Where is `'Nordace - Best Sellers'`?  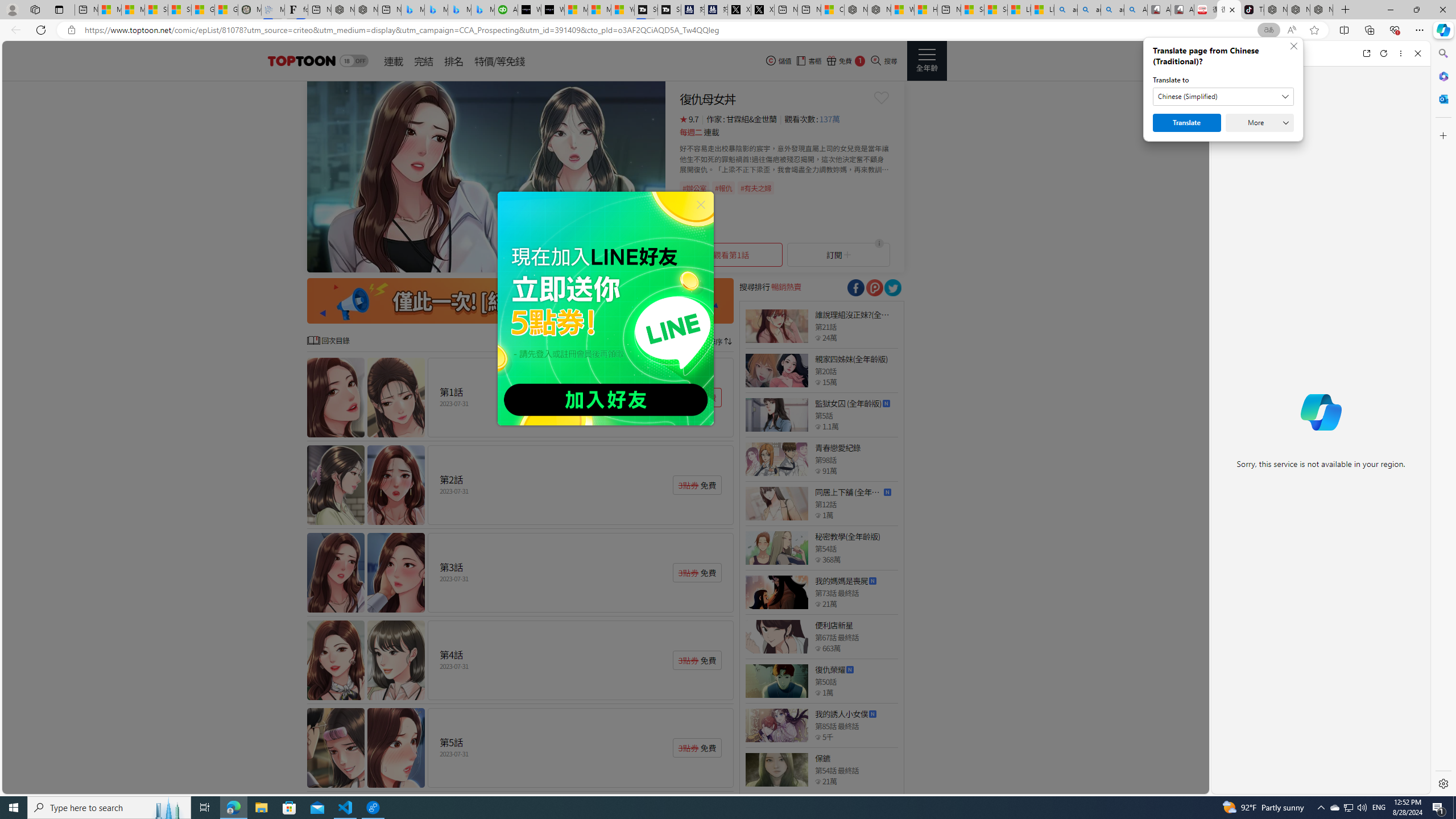 'Nordace - Best Sellers' is located at coordinates (1275, 9).